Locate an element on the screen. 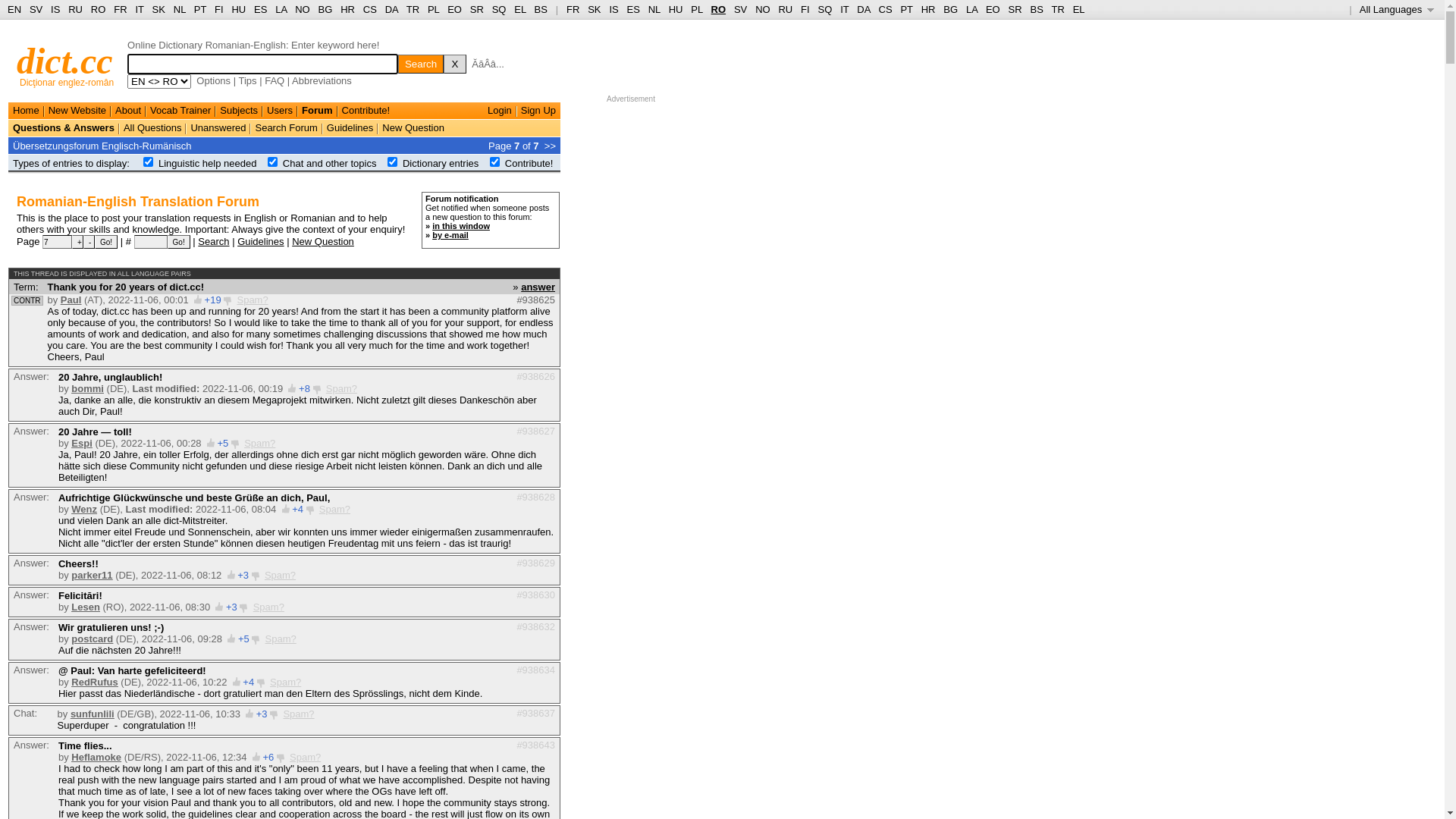 The height and width of the screenshot is (819, 1456). 'EO' is located at coordinates (453, 9).